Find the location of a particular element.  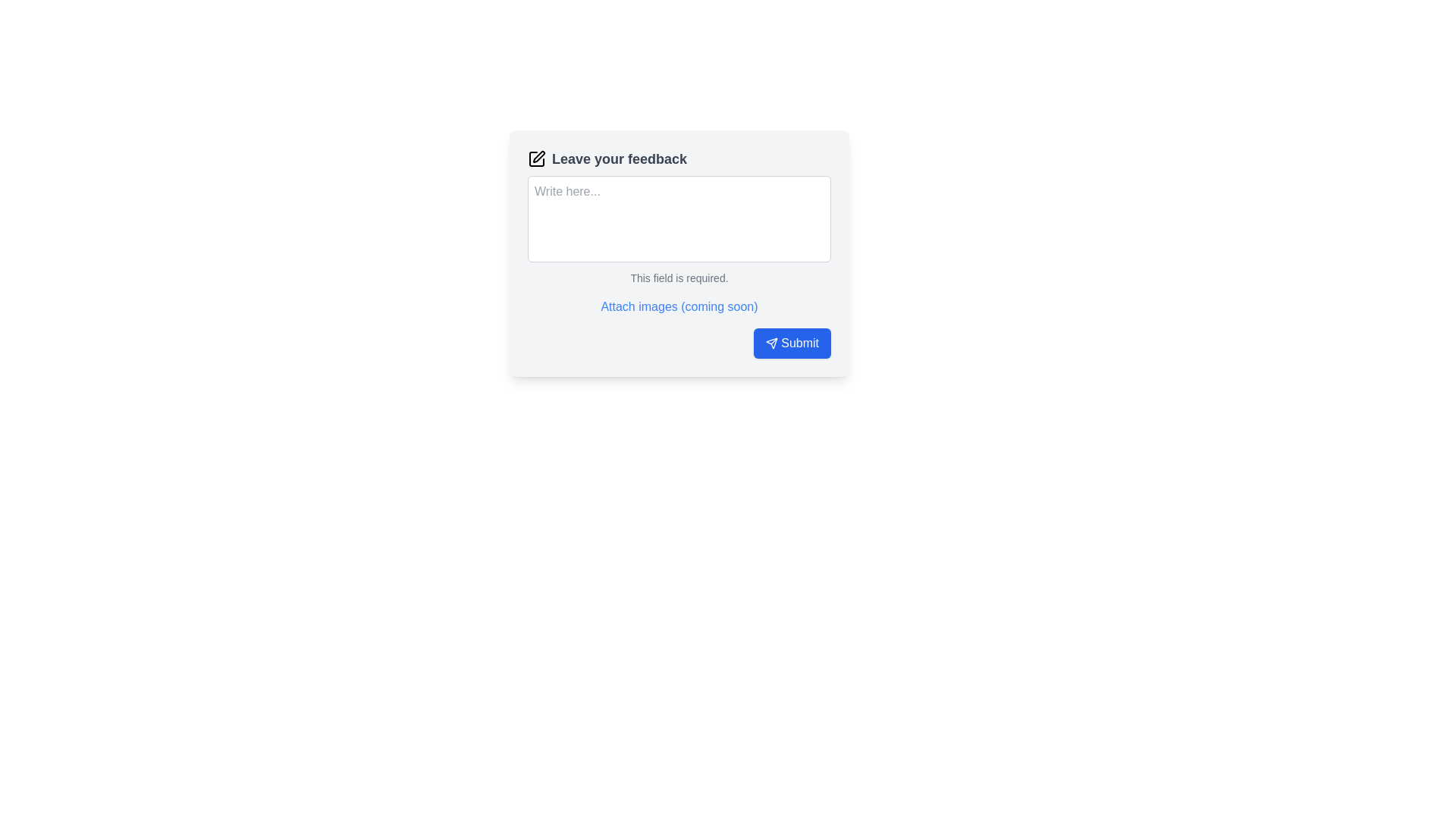

the tooltip or description of the editing icon located in the upper-left corner of the white feedback dialogue box adjacent to the 'Leave your feedback' heading is located at coordinates (538, 157).